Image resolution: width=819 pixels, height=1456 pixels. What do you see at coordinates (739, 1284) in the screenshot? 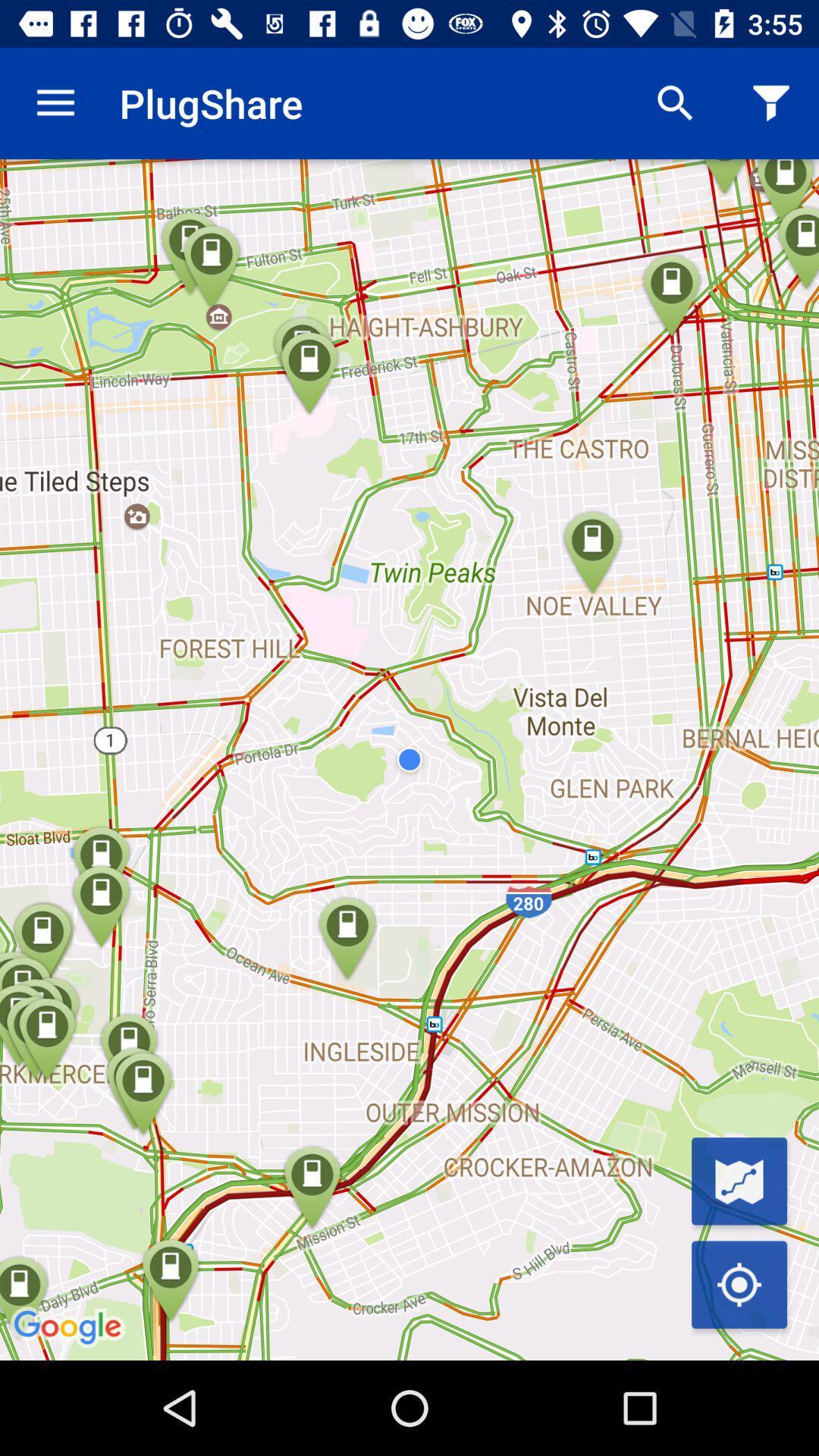
I see `track location` at bounding box center [739, 1284].